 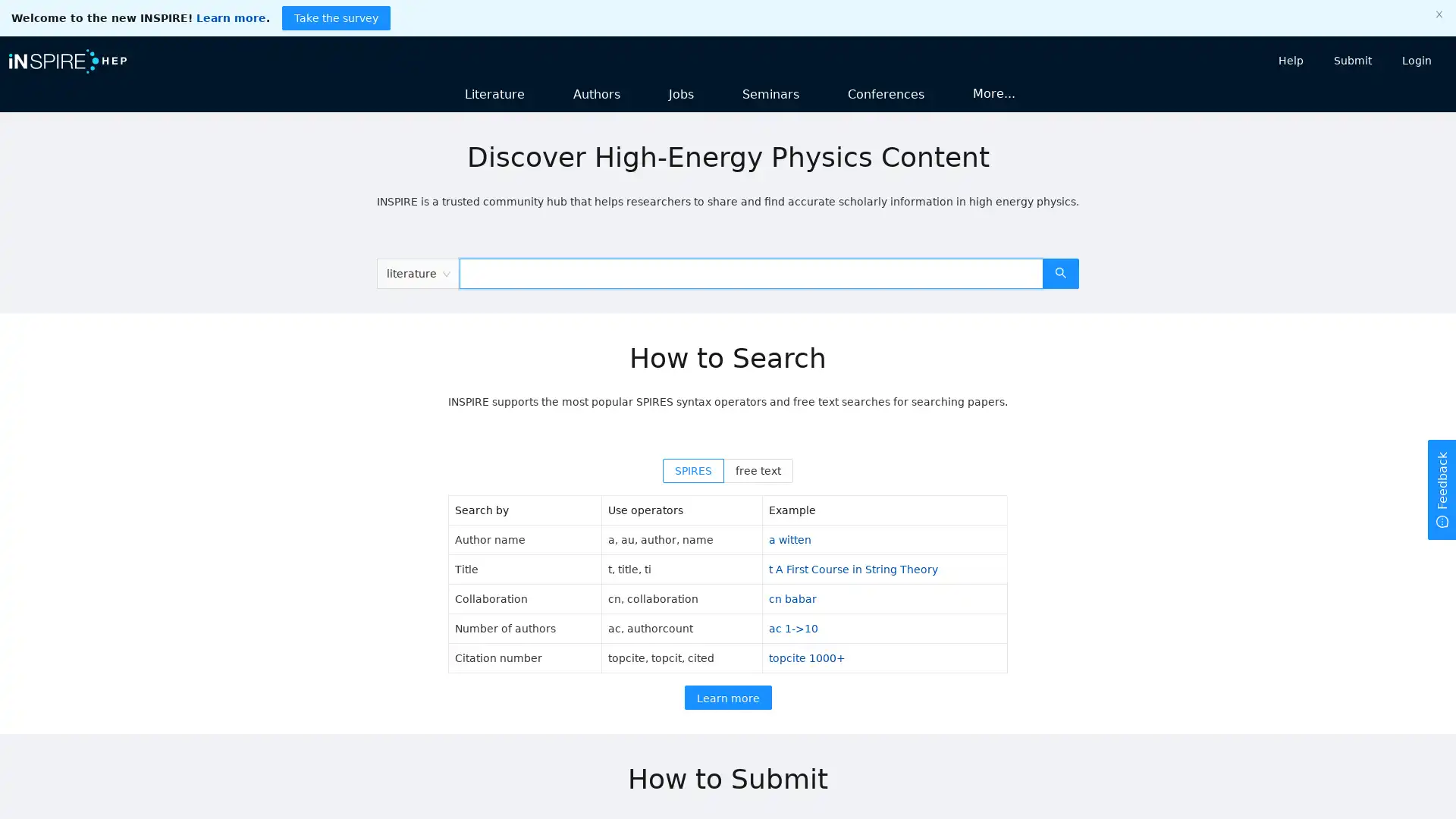 I want to click on More..., so click(x=993, y=93).